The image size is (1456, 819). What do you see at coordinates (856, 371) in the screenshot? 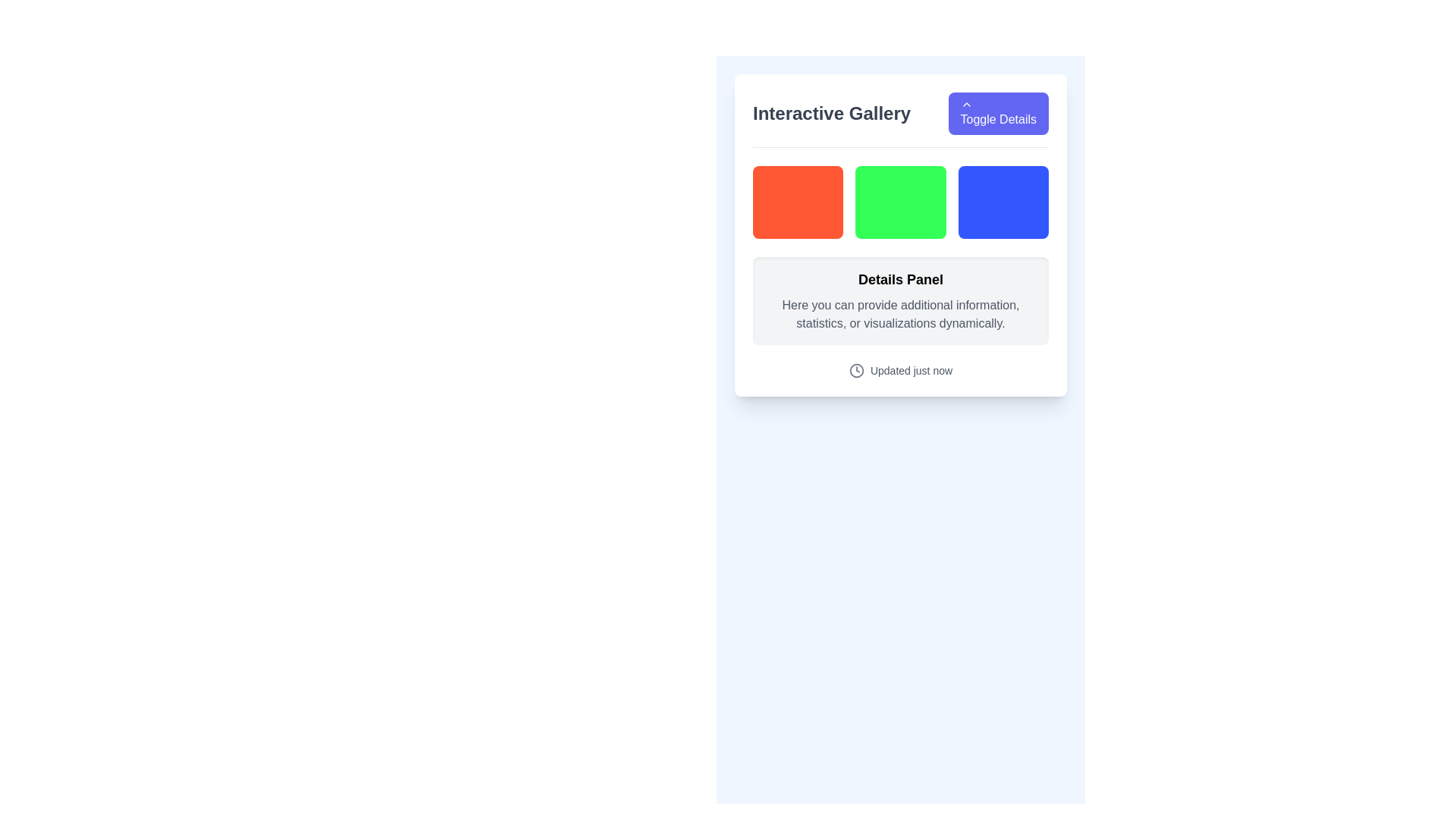
I see `time indicator icon located in the 'Details Panel' section, adjacent to the text 'Updated just now'` at bounding box center [856, 371].